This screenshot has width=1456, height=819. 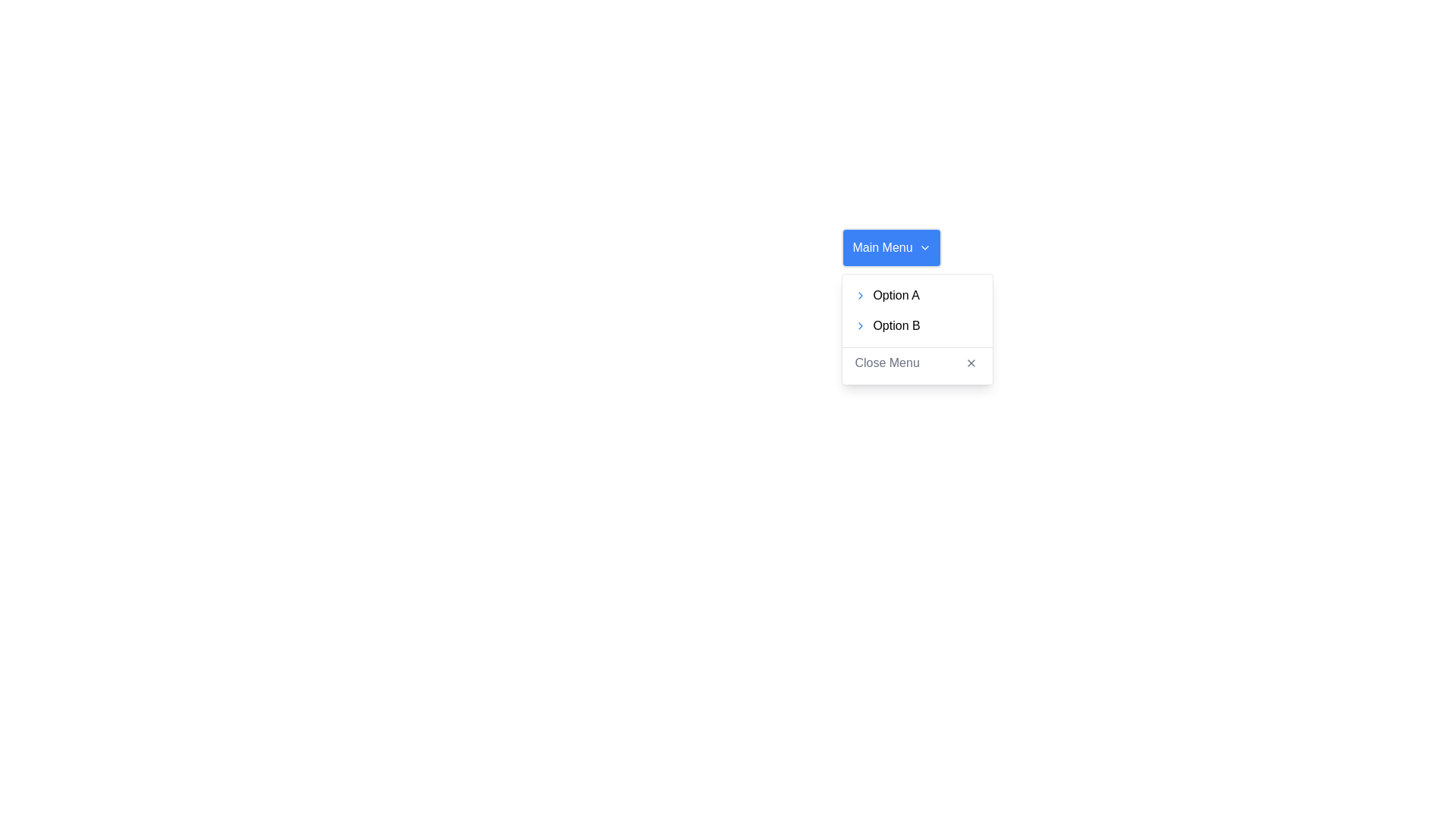 What do you see at coordinates (917, 328) in the screenshot?
I see `the second option 'Option B' from the dropdown menu located below the 'Main Menu' button` at bounding box center [917, 328].